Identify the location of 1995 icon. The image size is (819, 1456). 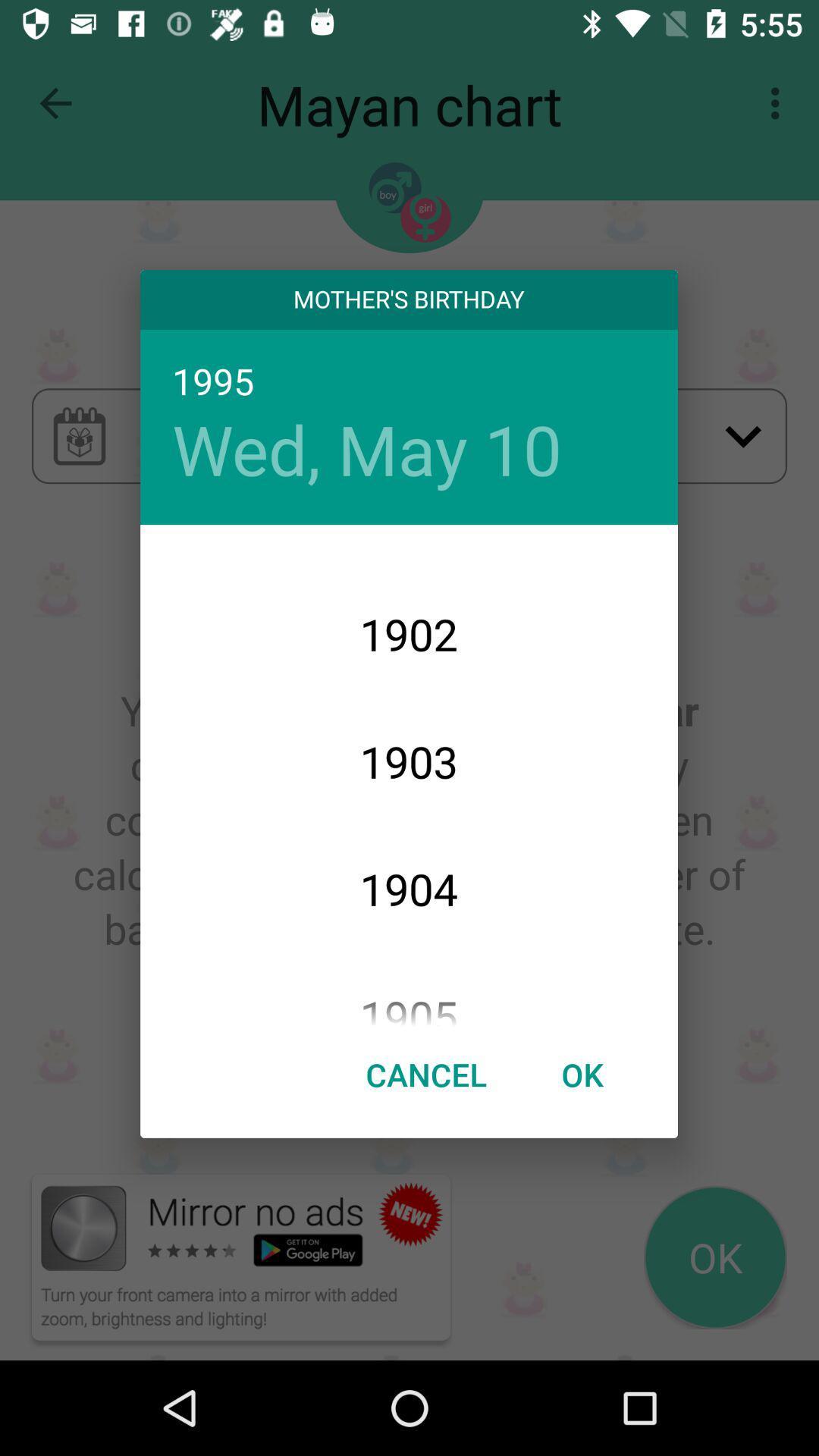
(408, 383).